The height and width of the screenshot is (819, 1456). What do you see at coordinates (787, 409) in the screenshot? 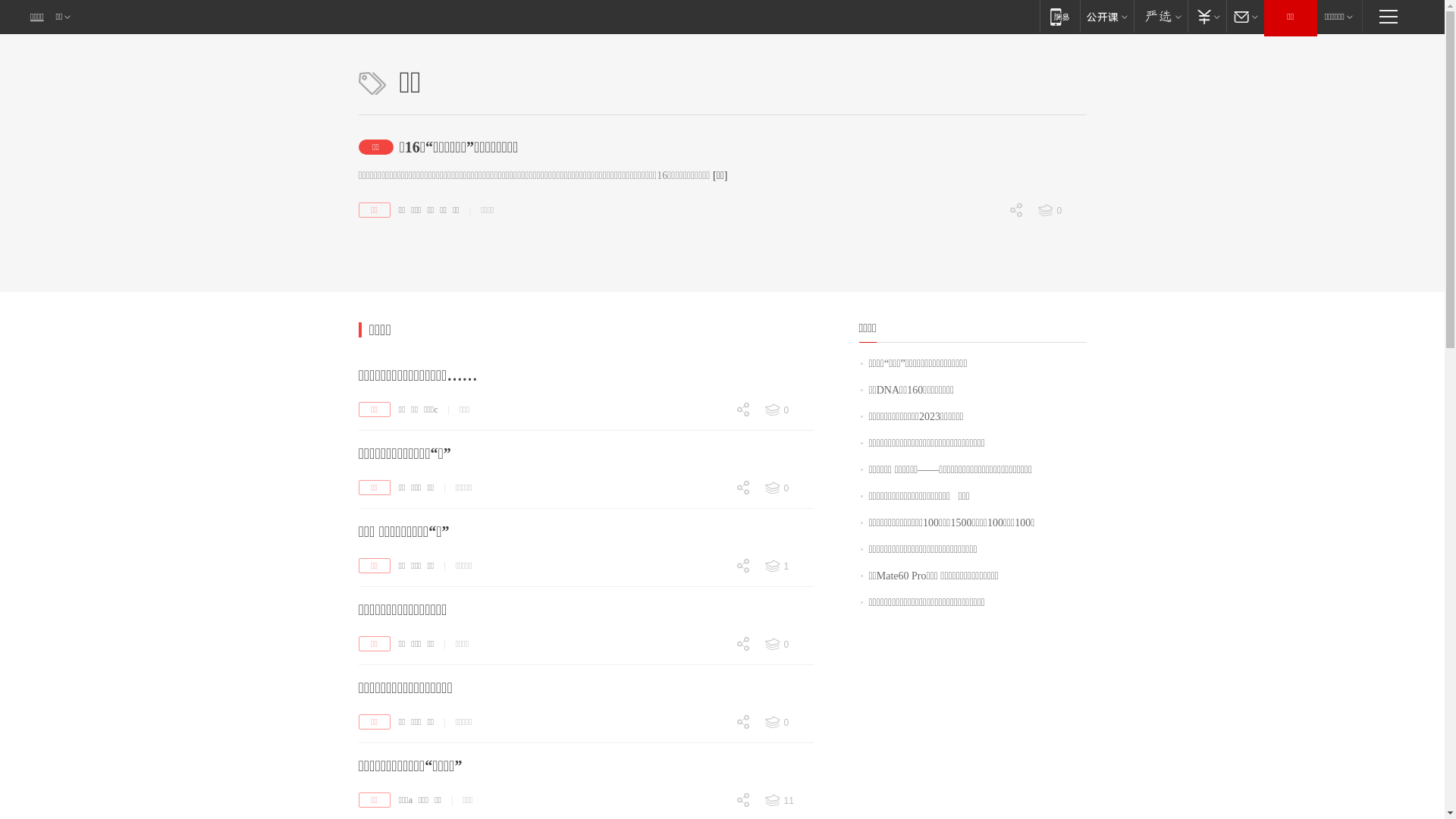
I see `'0'` at bounding box center [787, 409].